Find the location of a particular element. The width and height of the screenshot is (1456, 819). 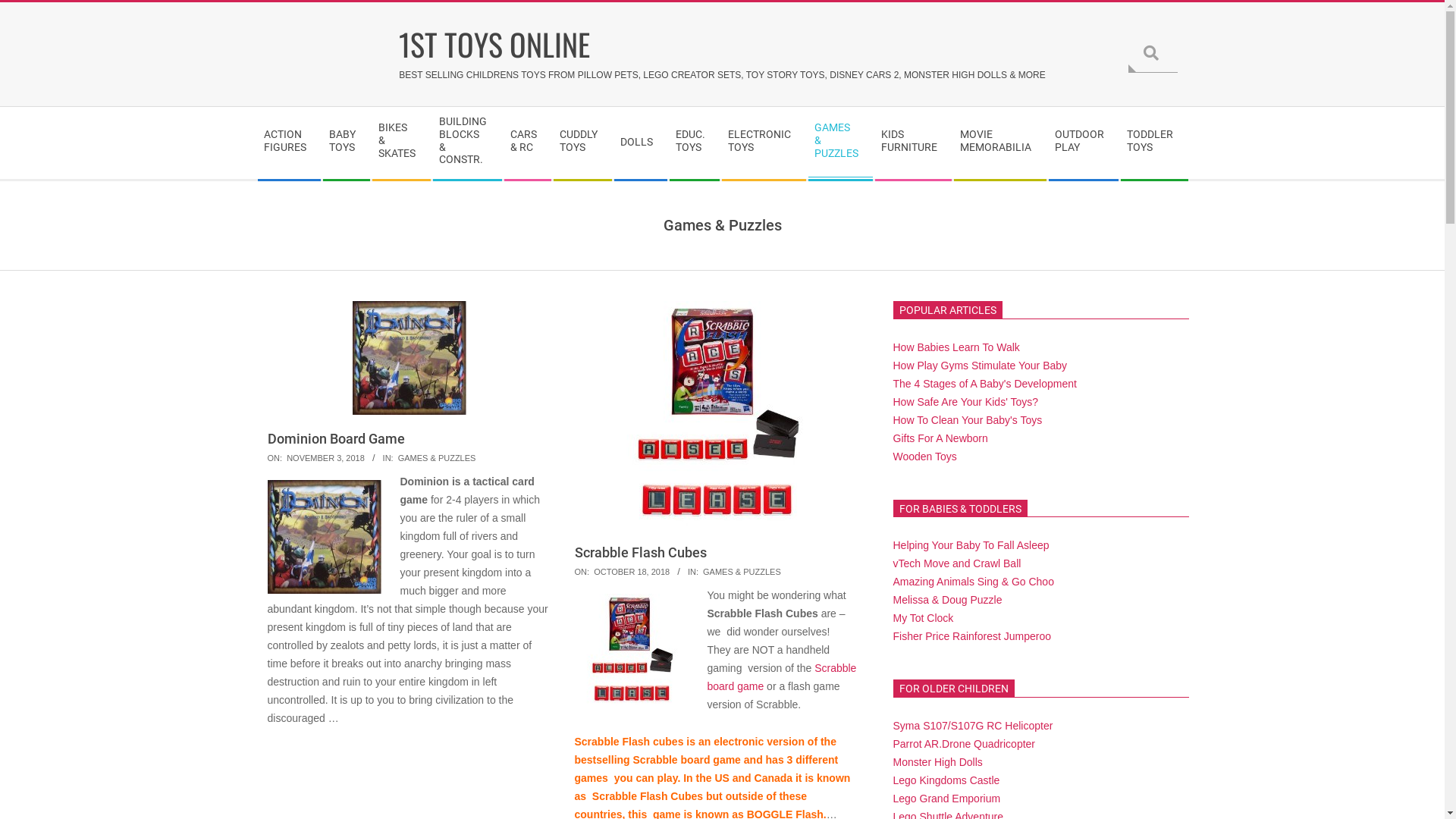

'How Babies Learn To Walk' is located at coordinates (955, 347).